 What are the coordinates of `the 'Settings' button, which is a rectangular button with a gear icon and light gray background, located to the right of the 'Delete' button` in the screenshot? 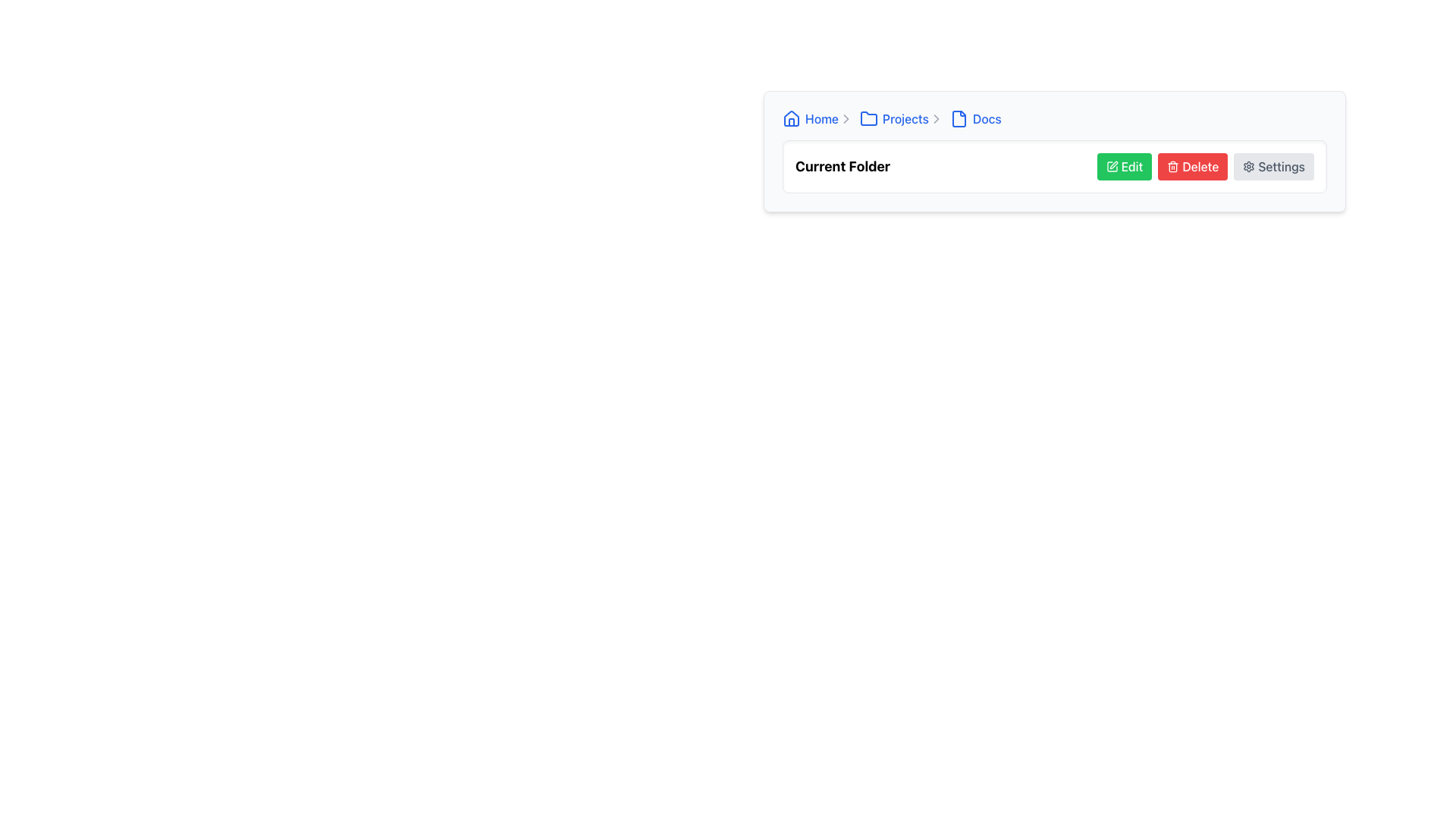 It's located at (1274, 166).